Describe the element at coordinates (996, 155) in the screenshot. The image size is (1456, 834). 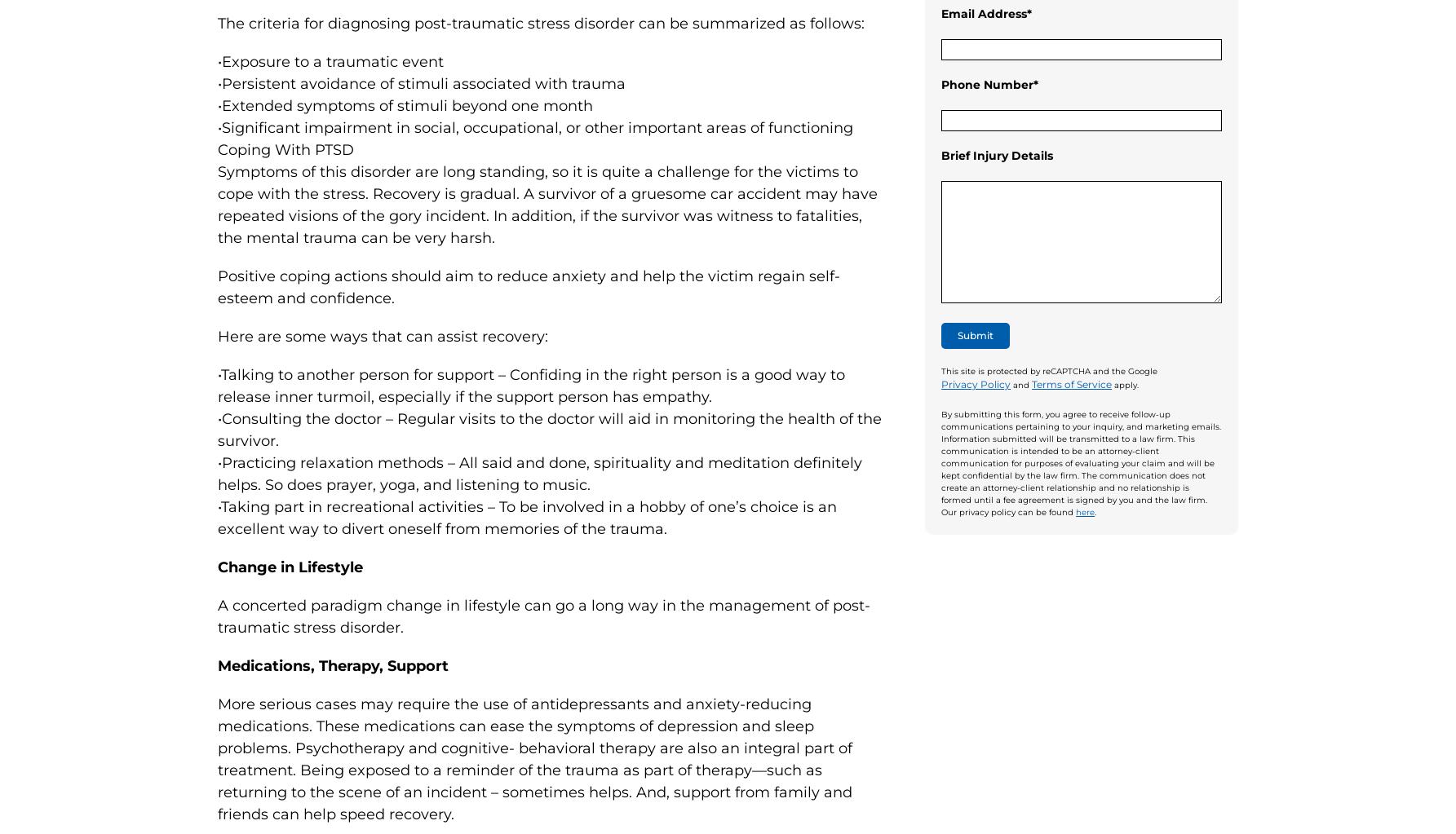
I see `'Brief Injury Details'` at that location.